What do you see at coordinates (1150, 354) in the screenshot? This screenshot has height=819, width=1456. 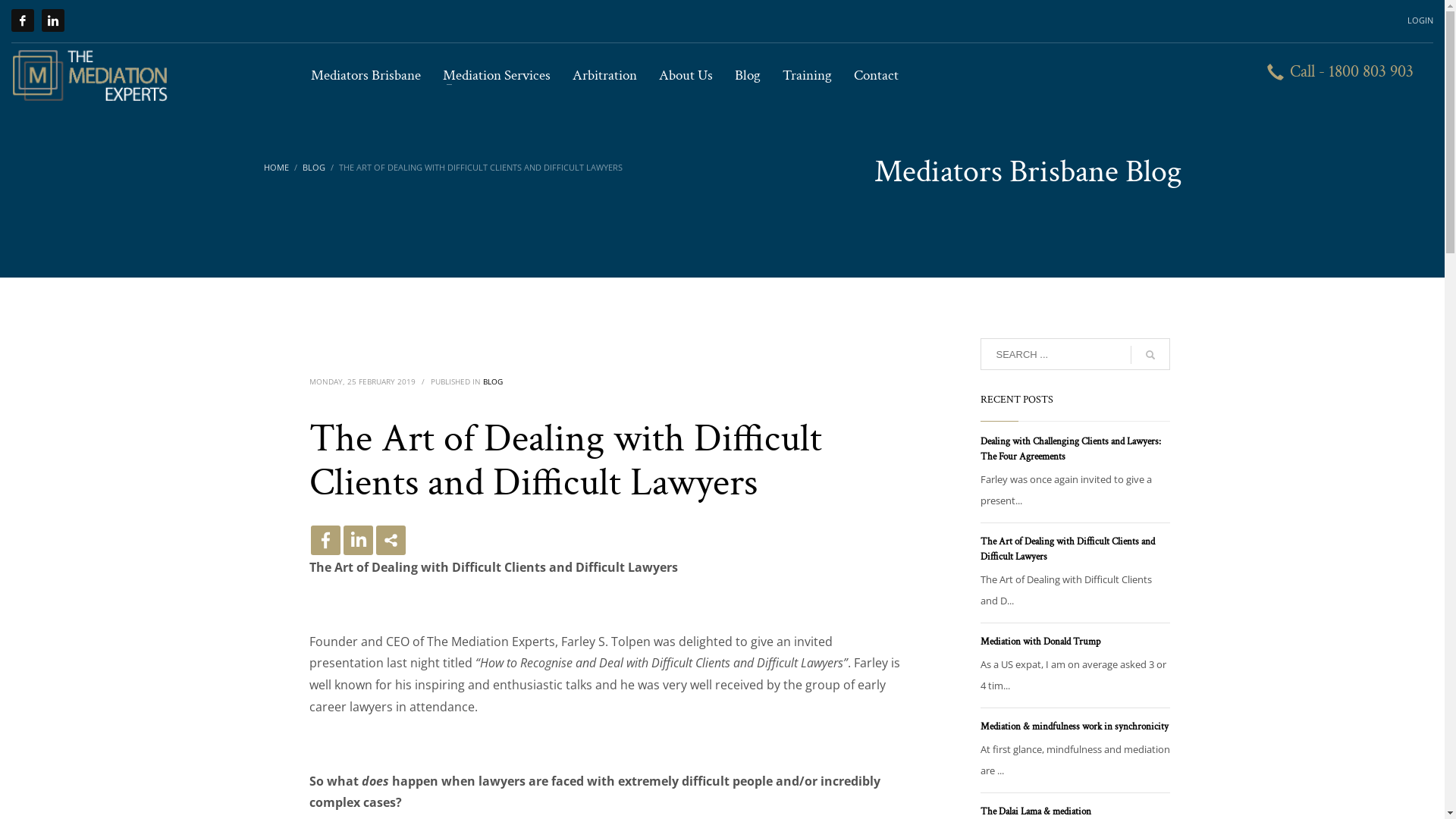 I see `'go'` at bounding box center [1150, 354].